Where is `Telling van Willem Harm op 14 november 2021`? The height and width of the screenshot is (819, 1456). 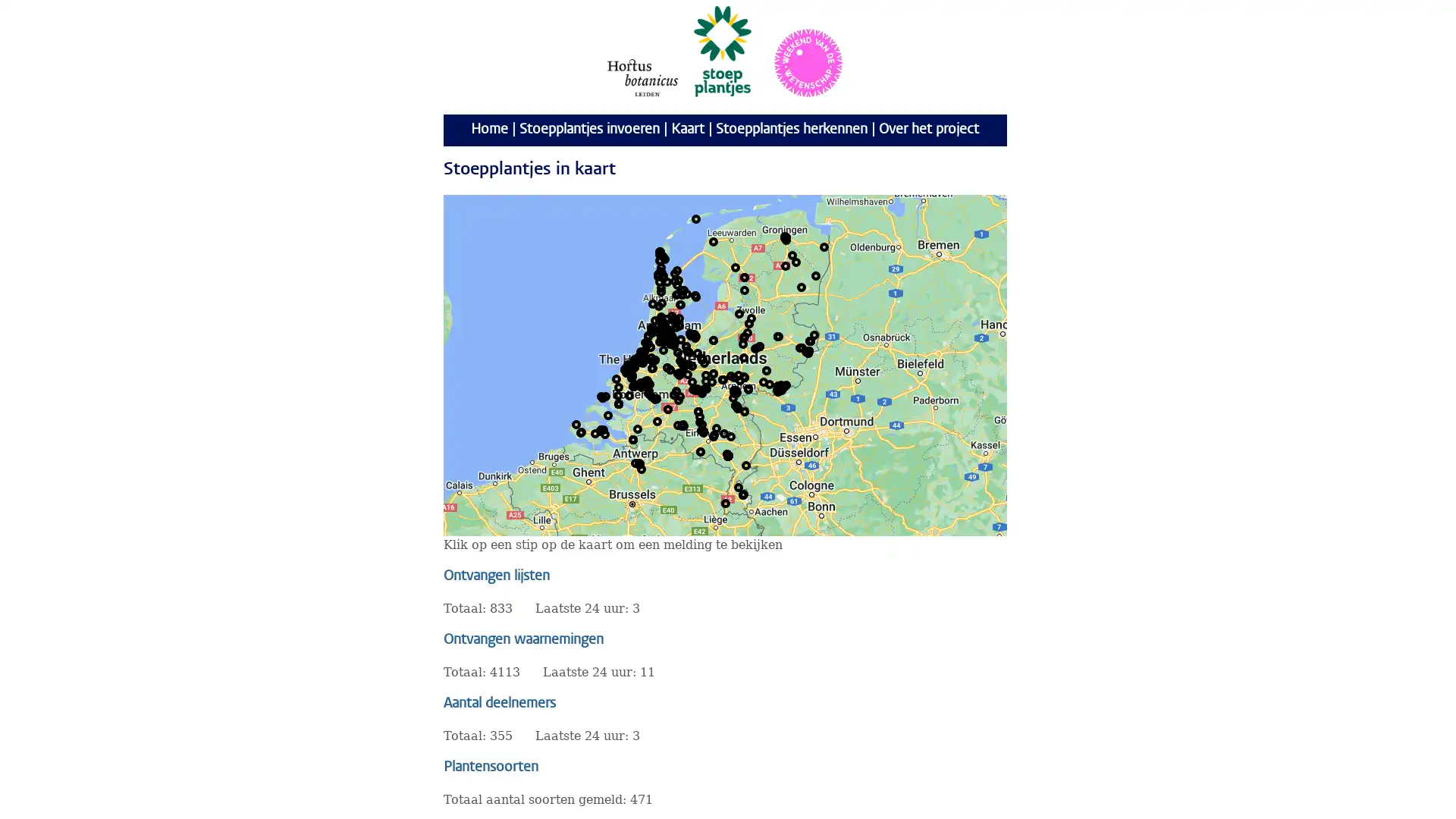
Telling van Willem Harm op 14 november 2021 is located at coordinates (648, 382).